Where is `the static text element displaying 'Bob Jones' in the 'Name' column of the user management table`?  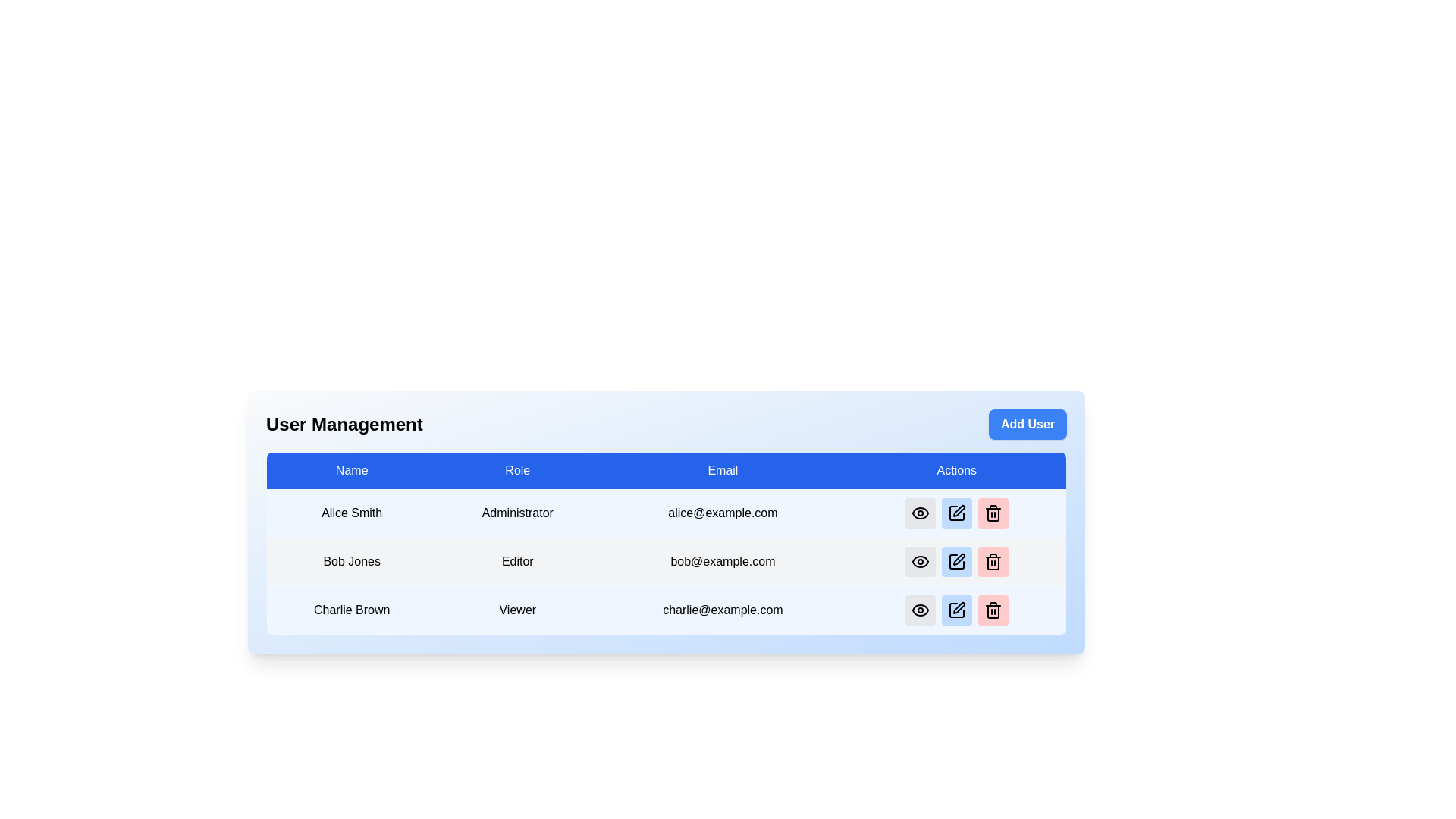 the static text element displaying 'Bob Jones' in the 'Name' column of the user management table is located at coordinates (350, 561).